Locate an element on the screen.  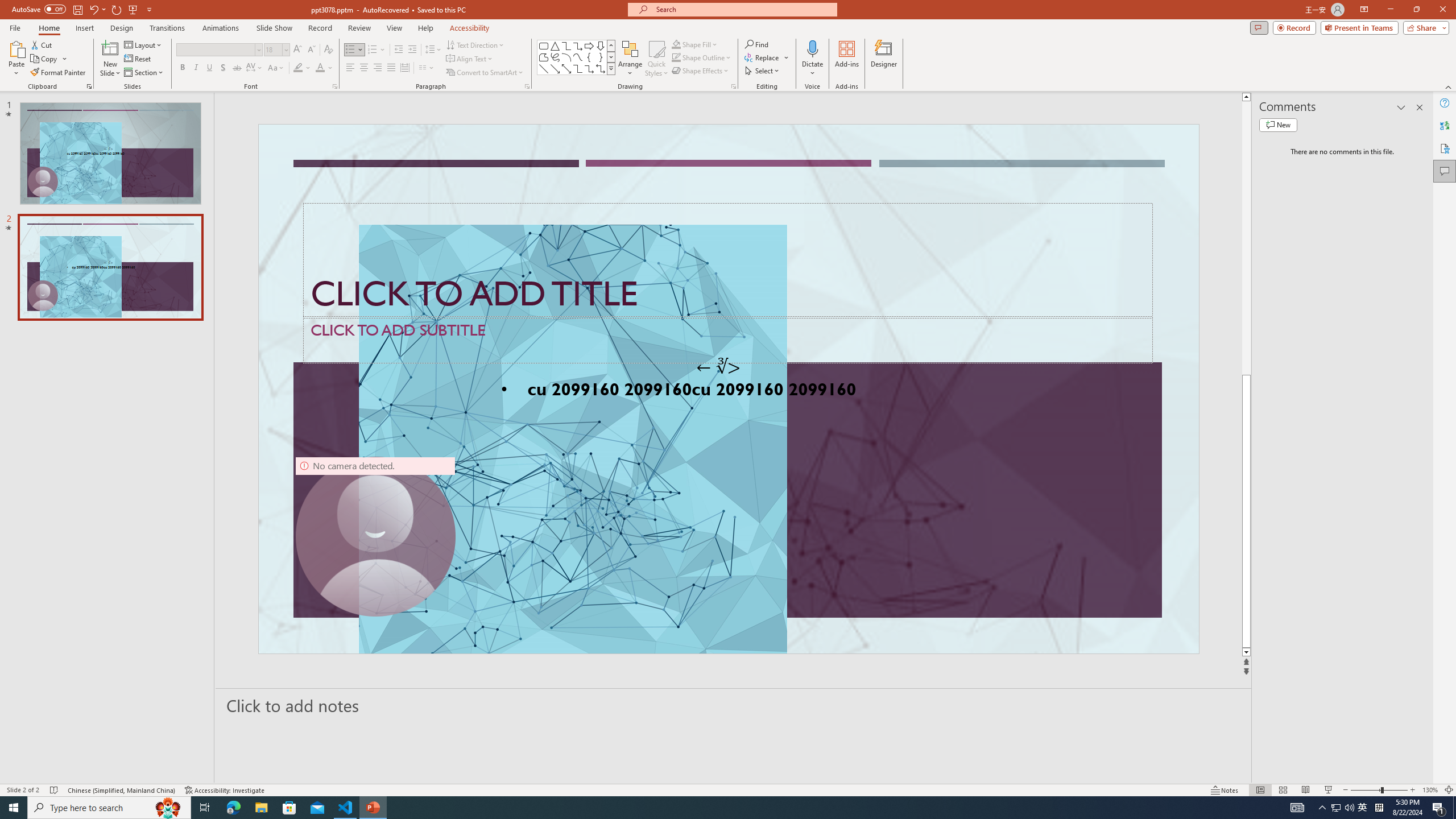
'Save' is located at coordinates (77, 9).